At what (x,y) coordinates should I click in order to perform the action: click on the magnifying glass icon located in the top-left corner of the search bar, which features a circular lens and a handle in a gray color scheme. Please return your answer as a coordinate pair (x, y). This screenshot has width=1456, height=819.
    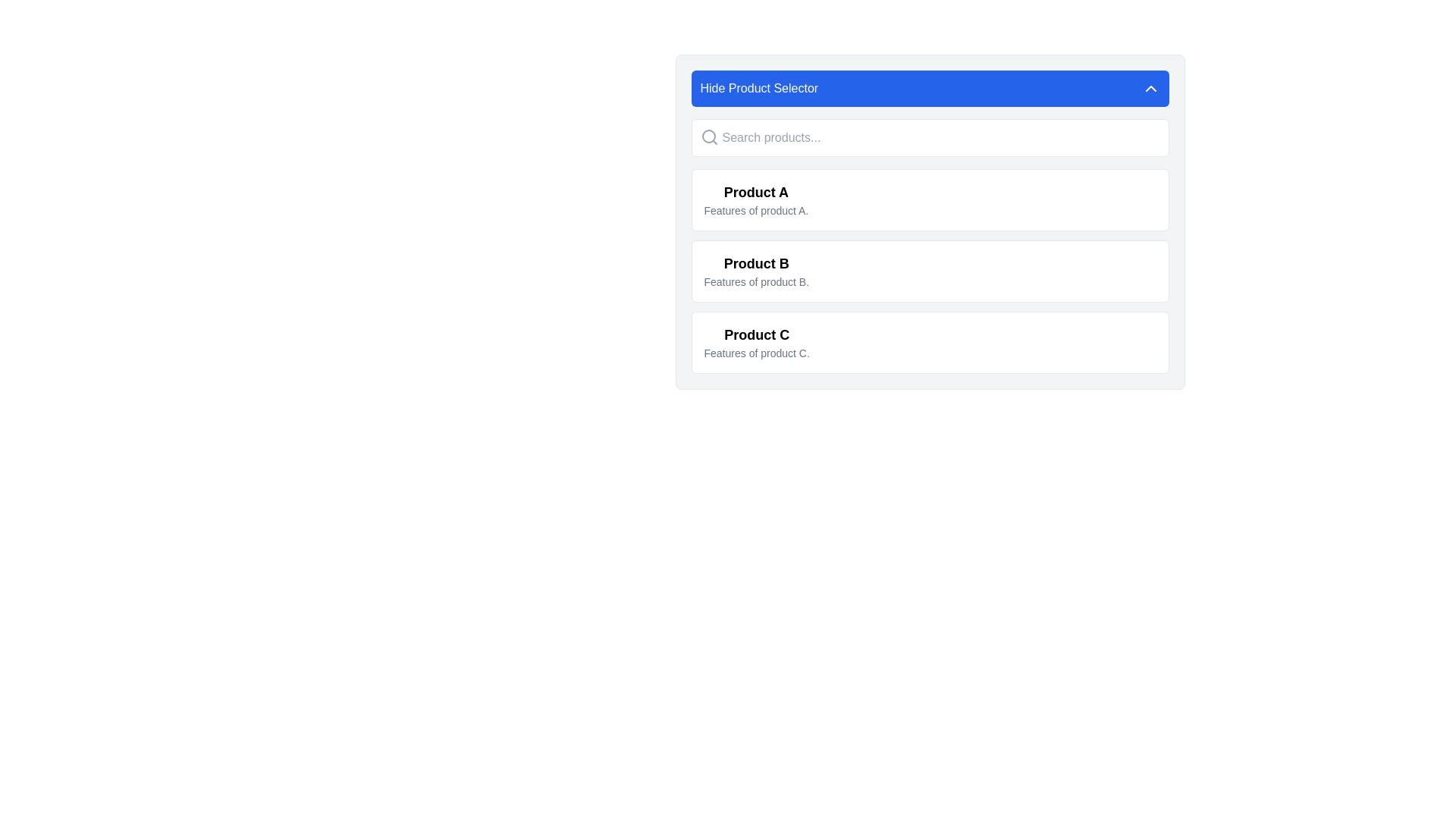
    Looking at the image, I should click on (708, 137).